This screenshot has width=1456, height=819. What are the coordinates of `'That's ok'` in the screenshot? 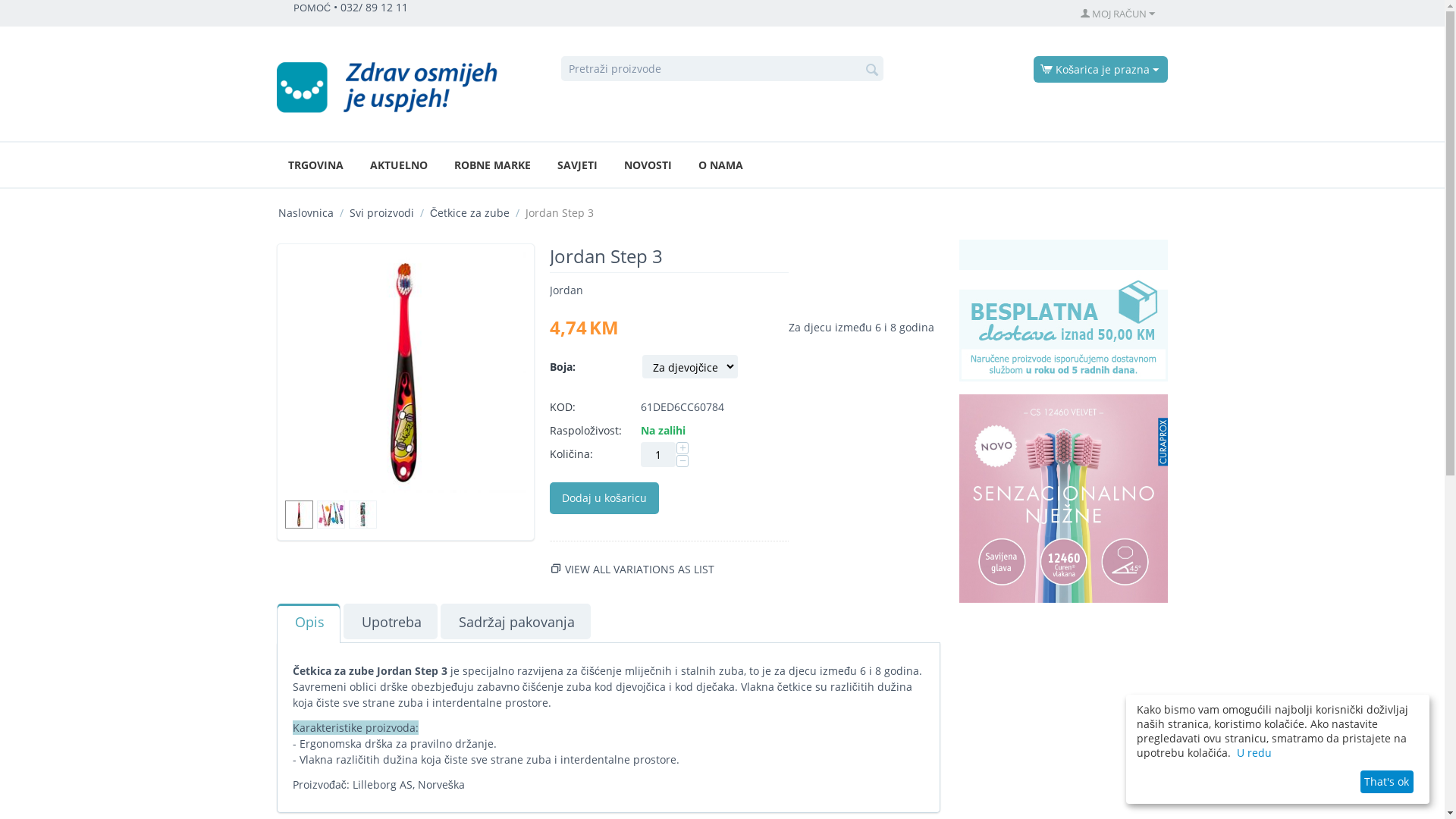 It's located at (1386, 781).